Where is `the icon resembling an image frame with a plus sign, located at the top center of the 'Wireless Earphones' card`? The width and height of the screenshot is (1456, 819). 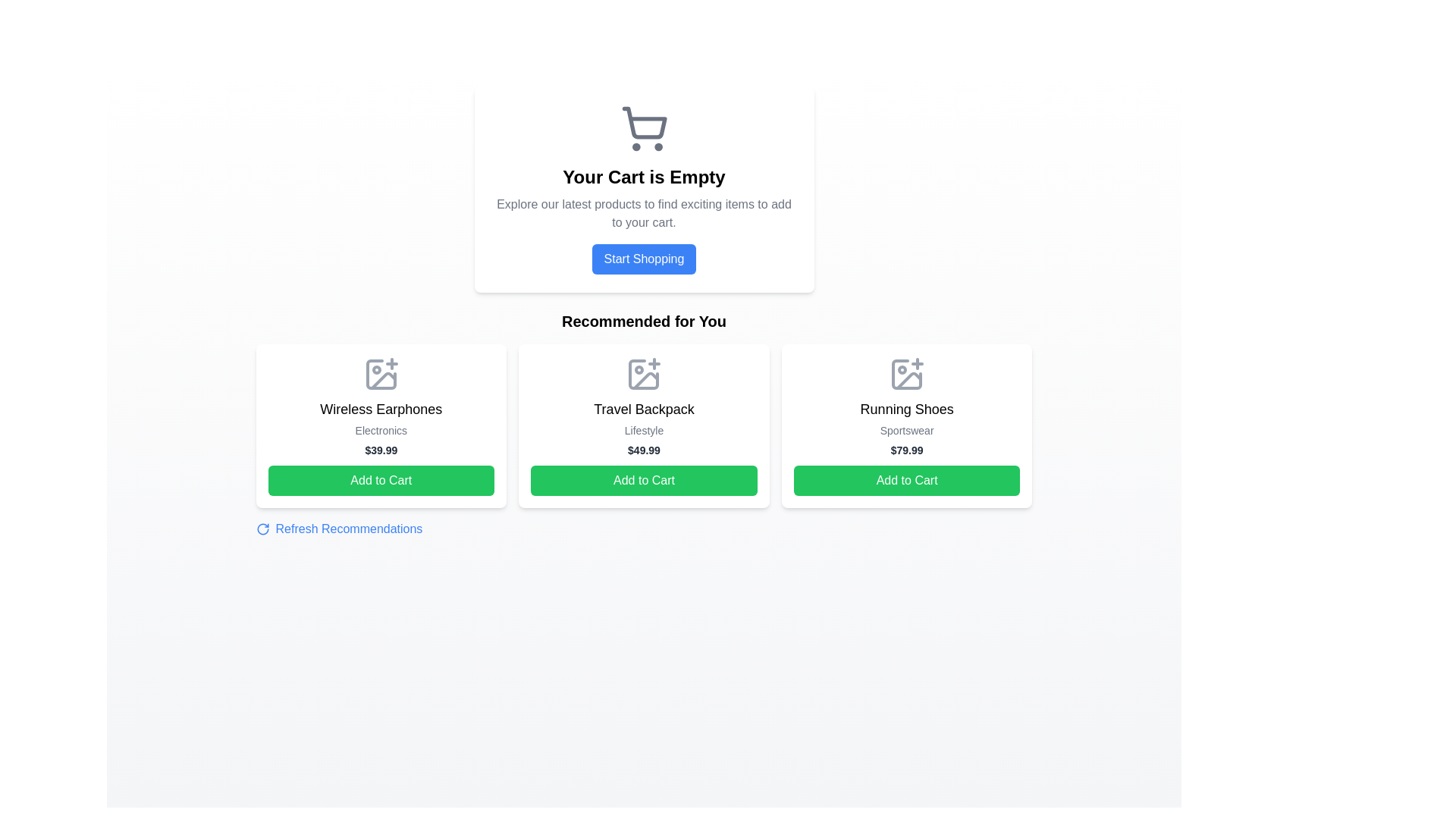 the icon resembling an image frame with a plus sign, located at the top center of the 'Wireless Earphones' card is located at coordinates (381, 374).